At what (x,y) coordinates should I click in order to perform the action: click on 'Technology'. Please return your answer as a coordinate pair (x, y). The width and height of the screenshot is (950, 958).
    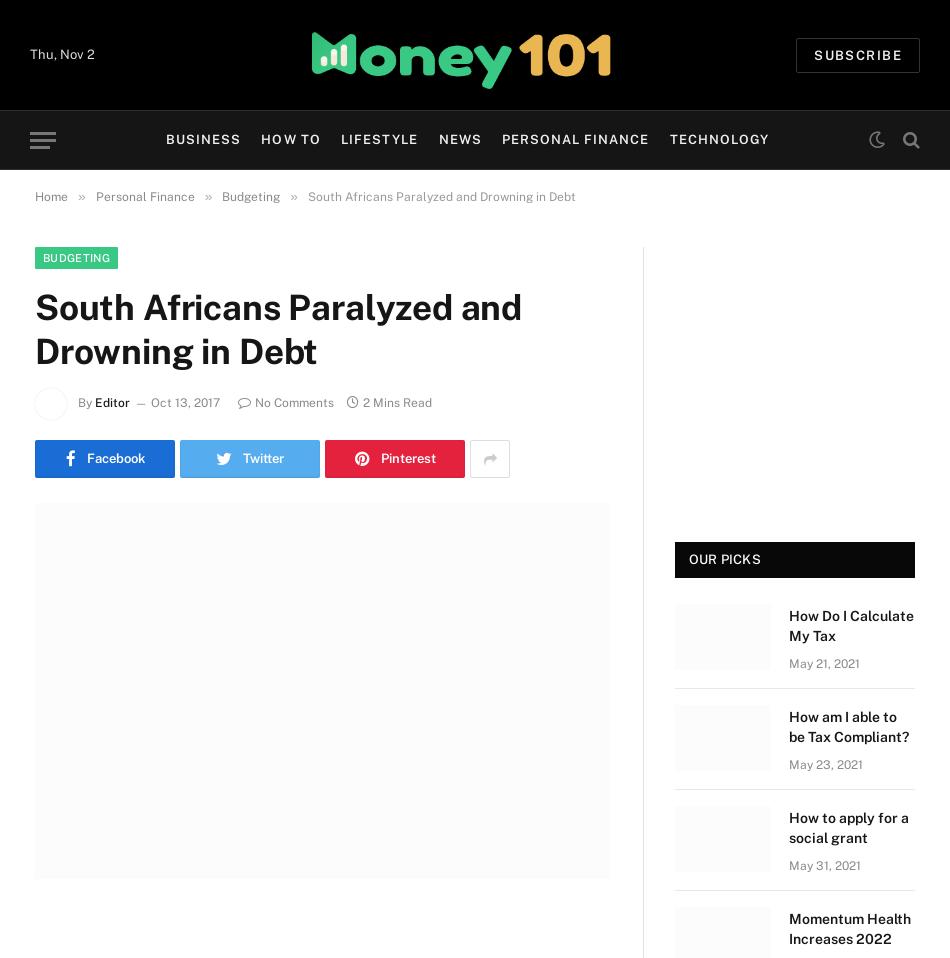
    Looking at the image, I should click on (717, 138).